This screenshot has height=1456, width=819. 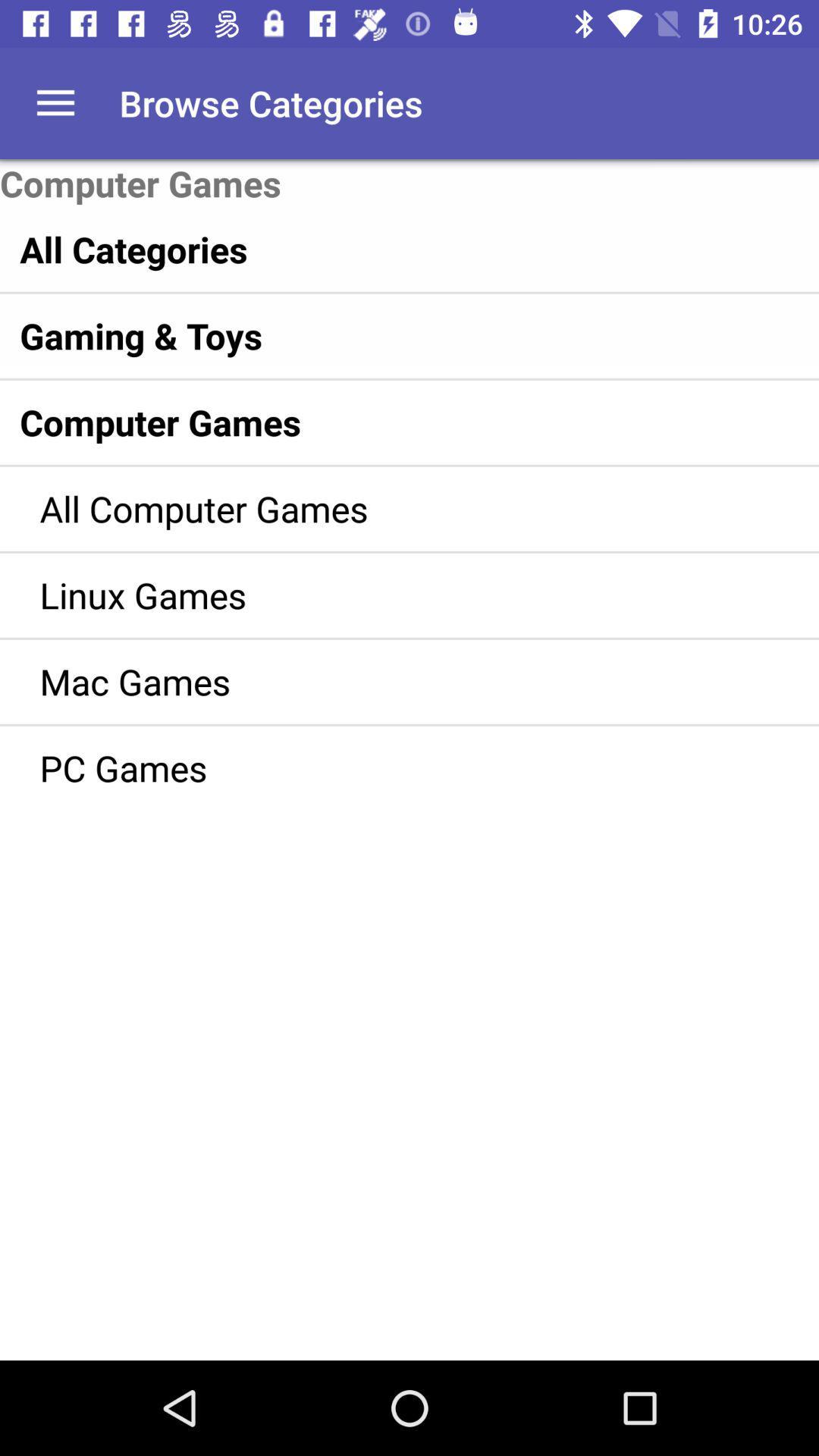 I want to click on the icon above pc games item, so click(x=387, y=680).